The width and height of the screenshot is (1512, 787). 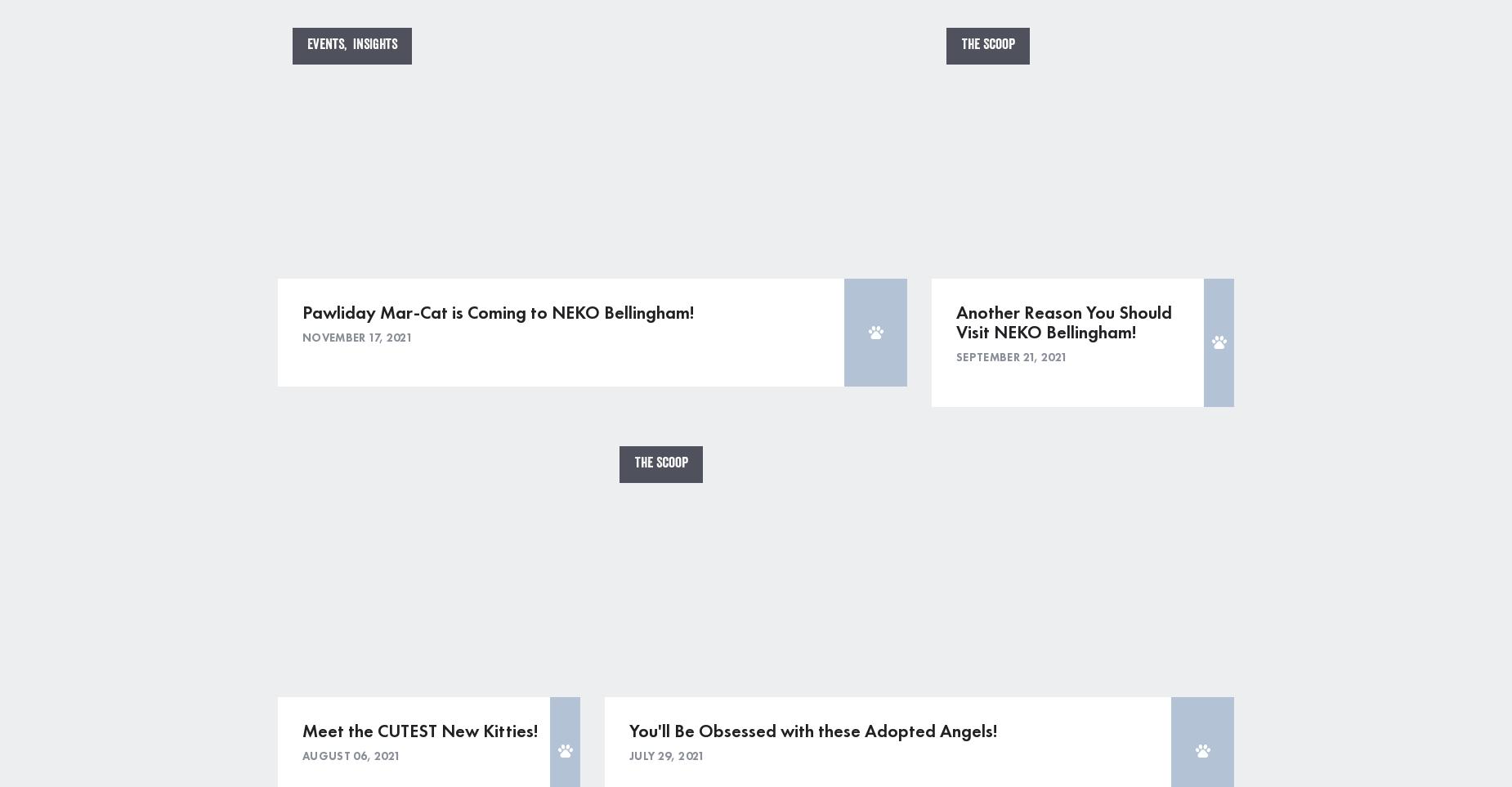 I want to click on ',', so click(x=347, y=44).